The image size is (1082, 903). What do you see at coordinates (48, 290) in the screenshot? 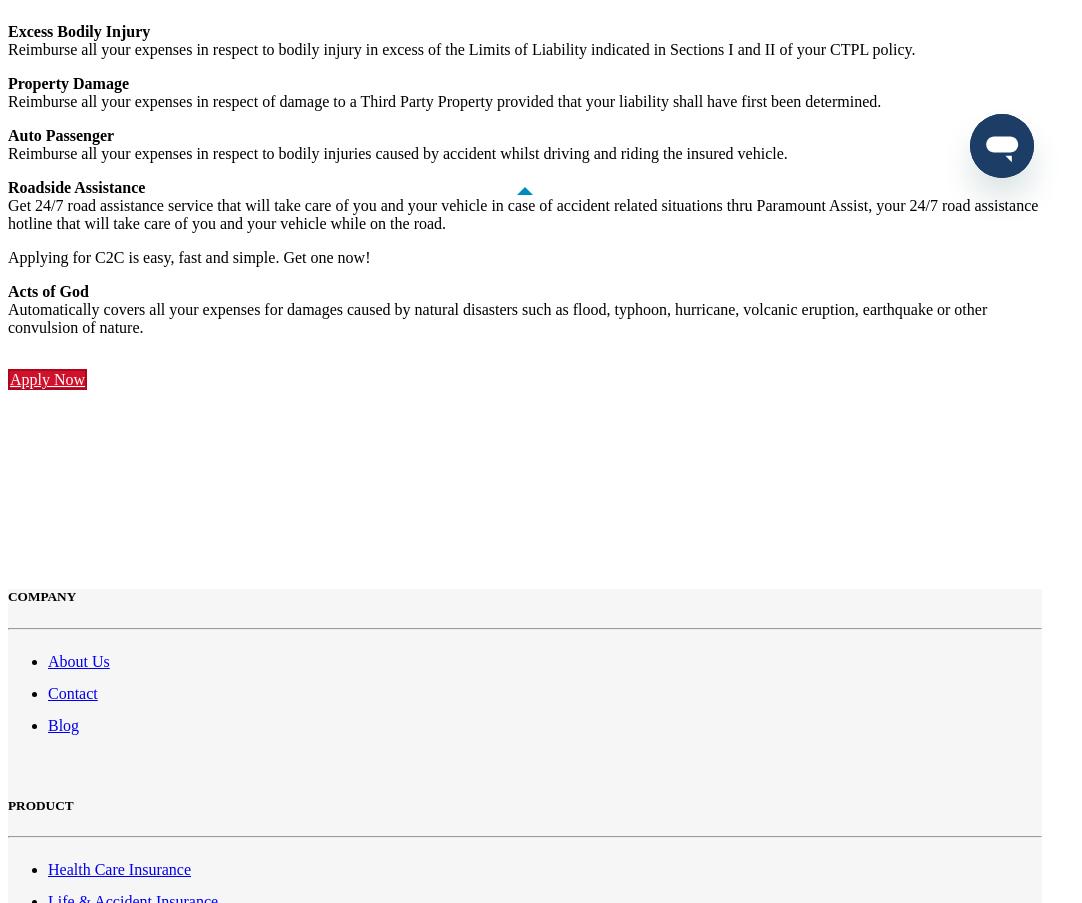
I see `'Acts of God'` at bounding box center [48, 290].